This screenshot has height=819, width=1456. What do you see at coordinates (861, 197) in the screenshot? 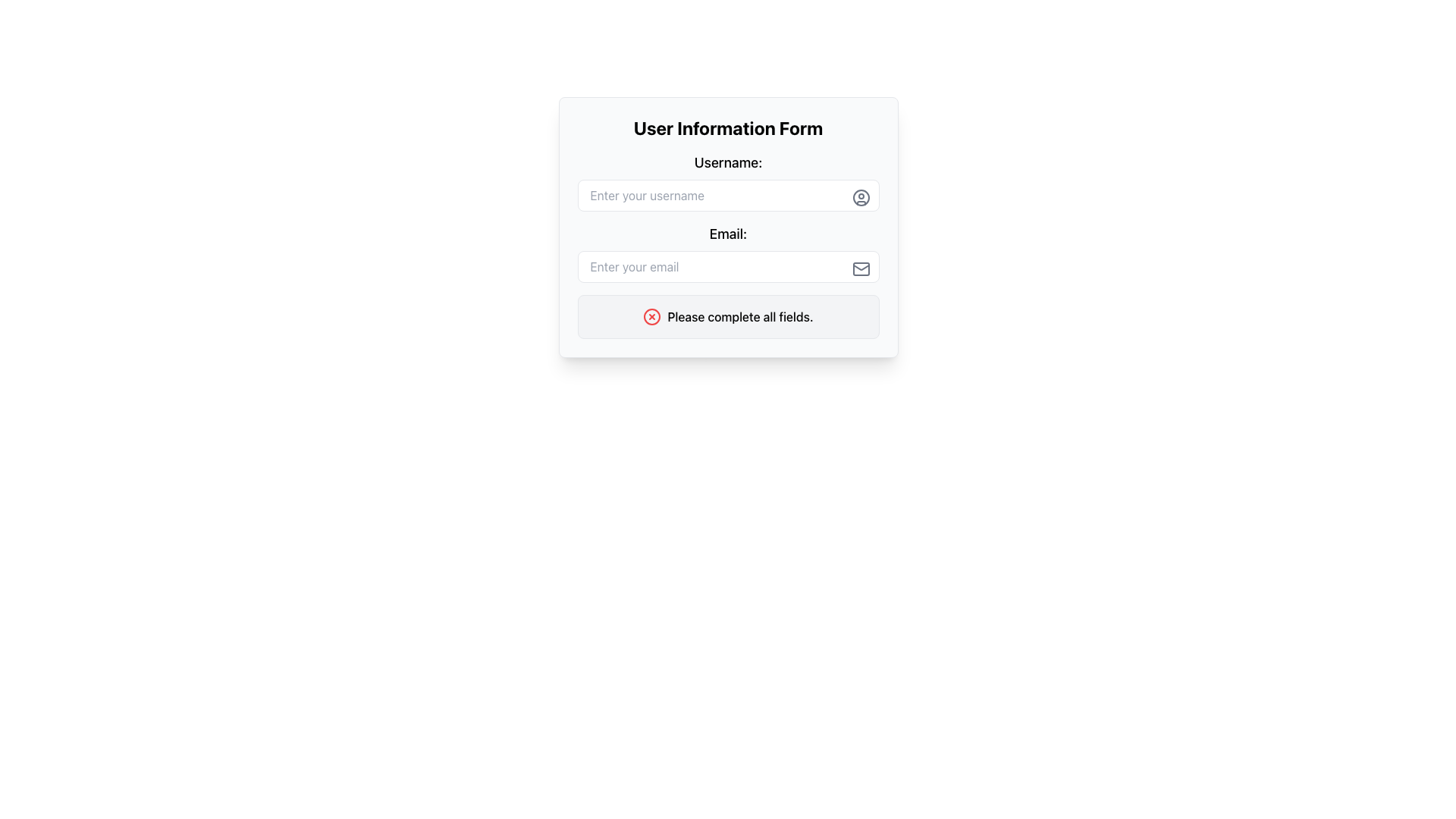
I see `the circular user profile icon with a gray outline located in the right section of the username input field` at bounding box center [861, 197].